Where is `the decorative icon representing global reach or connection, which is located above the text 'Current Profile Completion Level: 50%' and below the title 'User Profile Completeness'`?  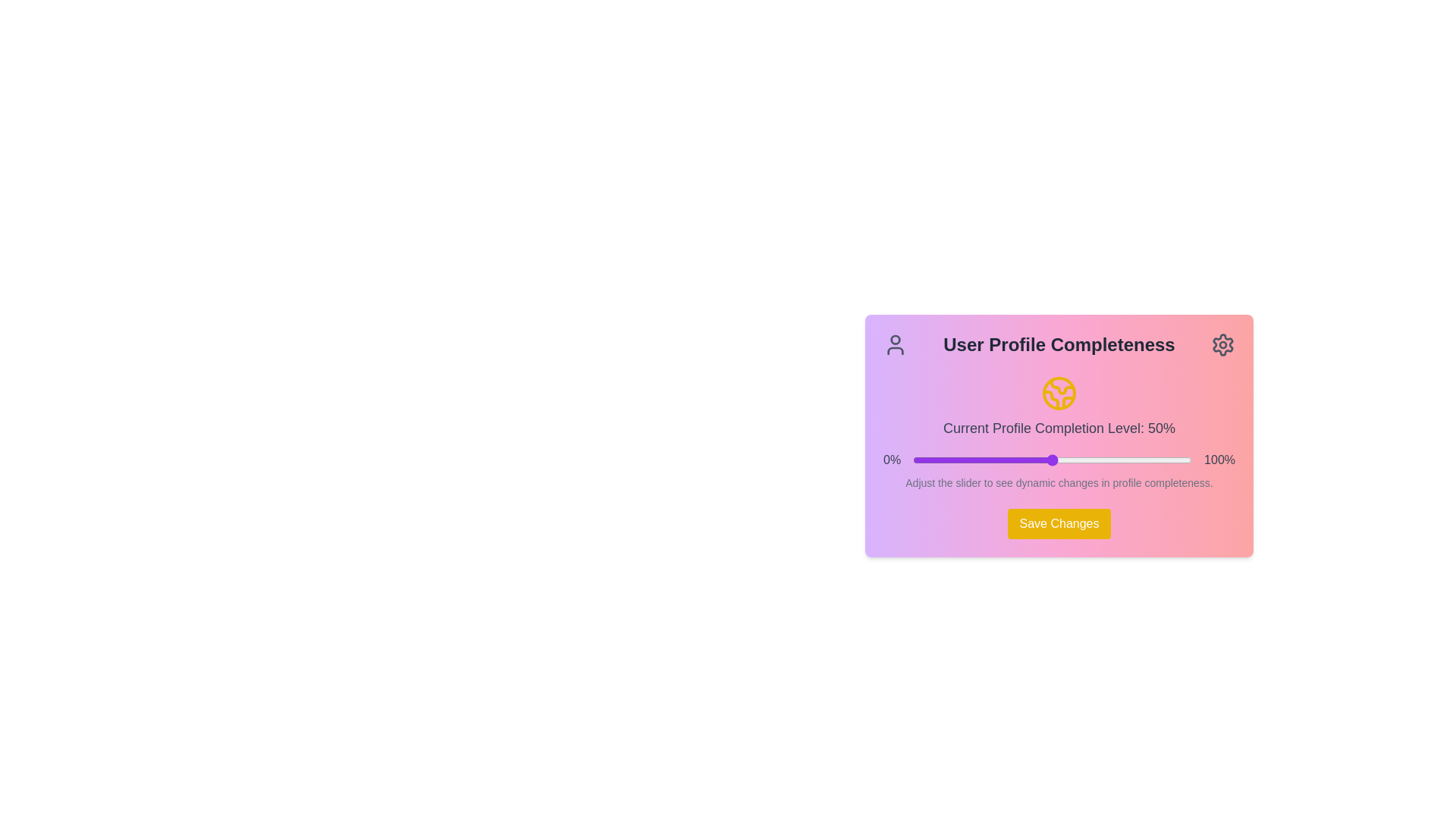 the decorative icon representing global reach or connection, which is located above the text 'Current Profile Completion Level: 50%' and below the title 'User Profile Completeness' is located at coordinates (1058, 393).